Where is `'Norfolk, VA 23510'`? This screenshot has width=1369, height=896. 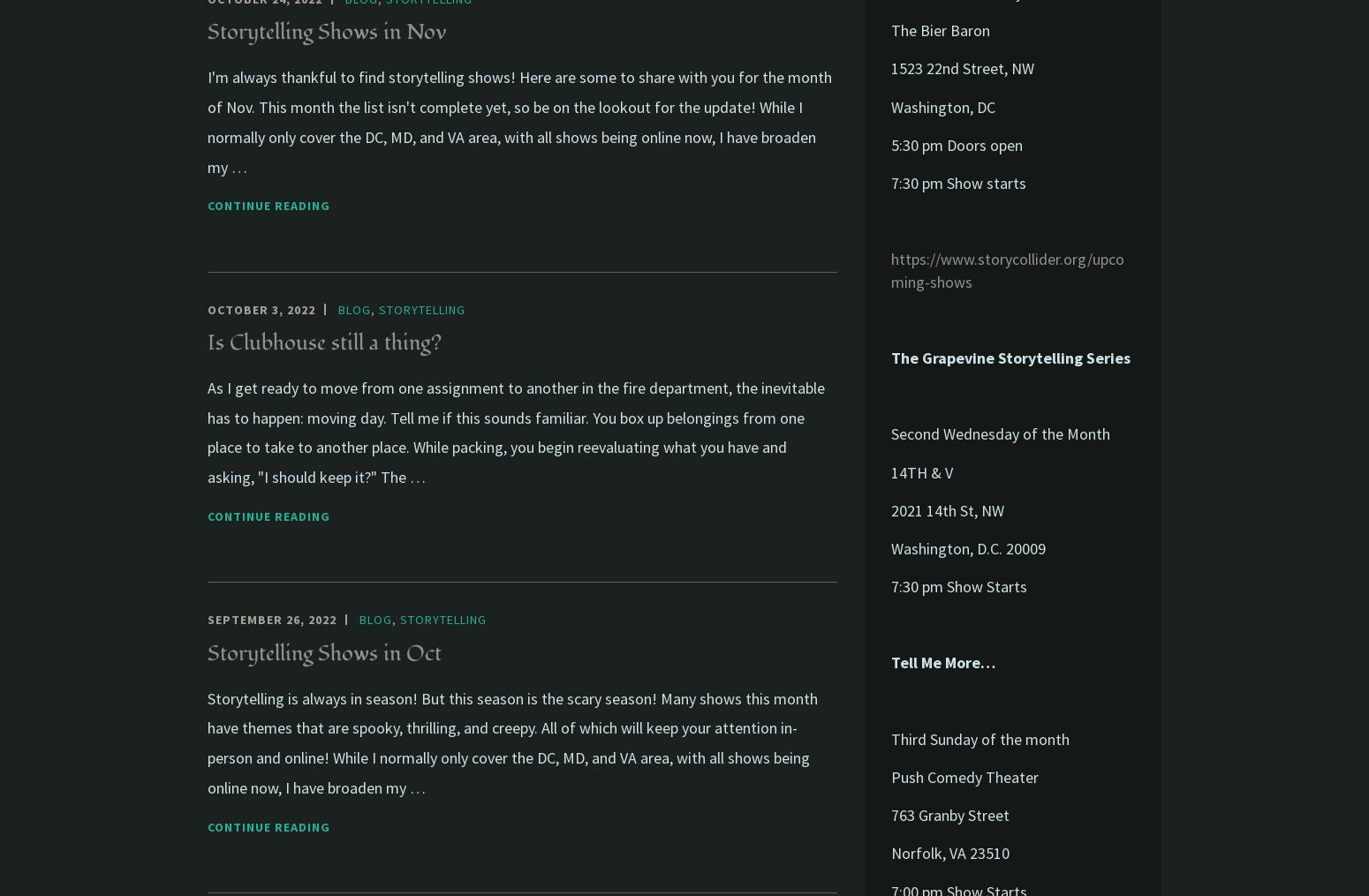 'Norfolk, VA 23510' is located at coordinates (950, 853).